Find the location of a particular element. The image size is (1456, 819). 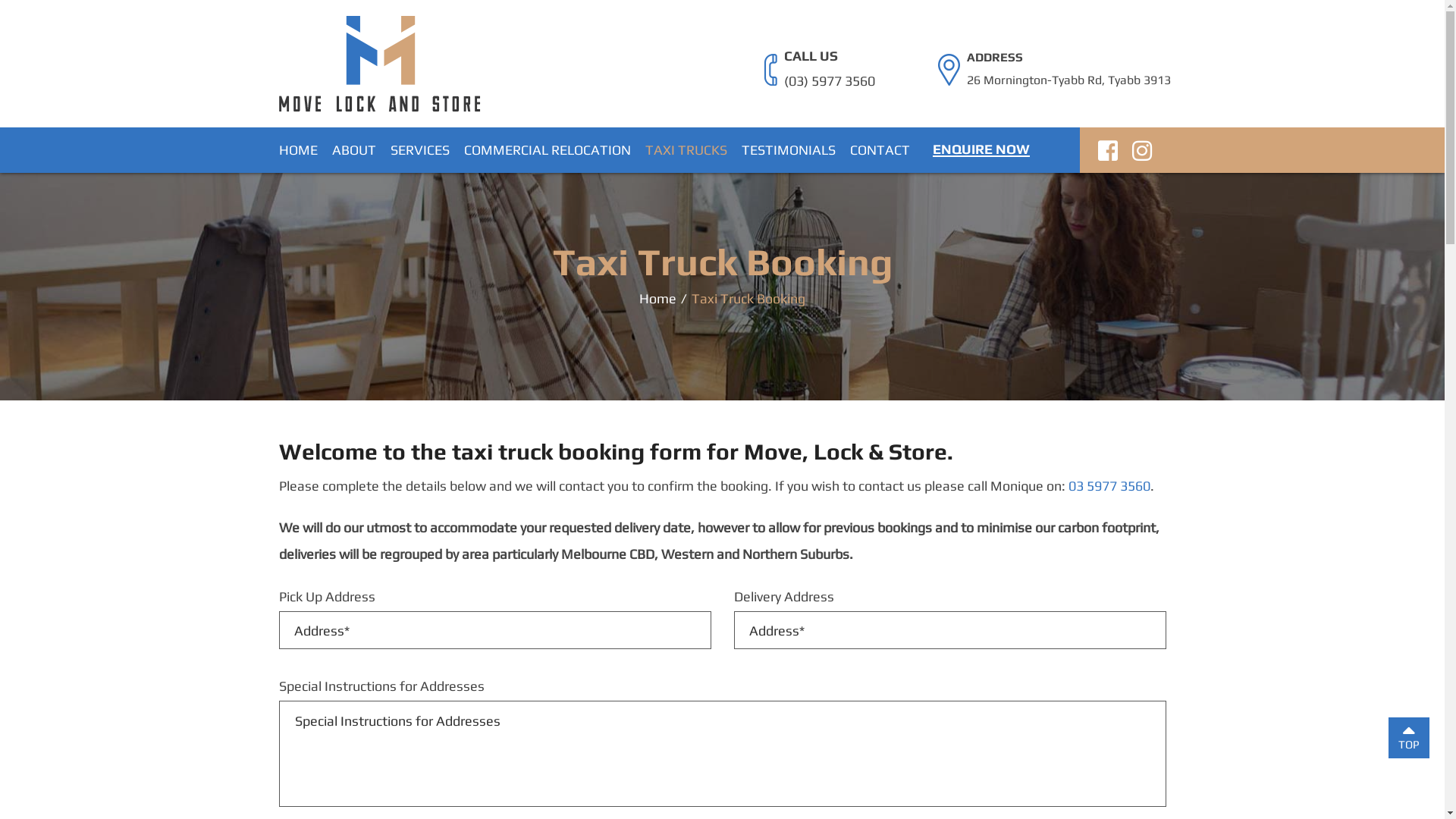

'TAXI TRUCKS' is located at coordinates (644, 149).